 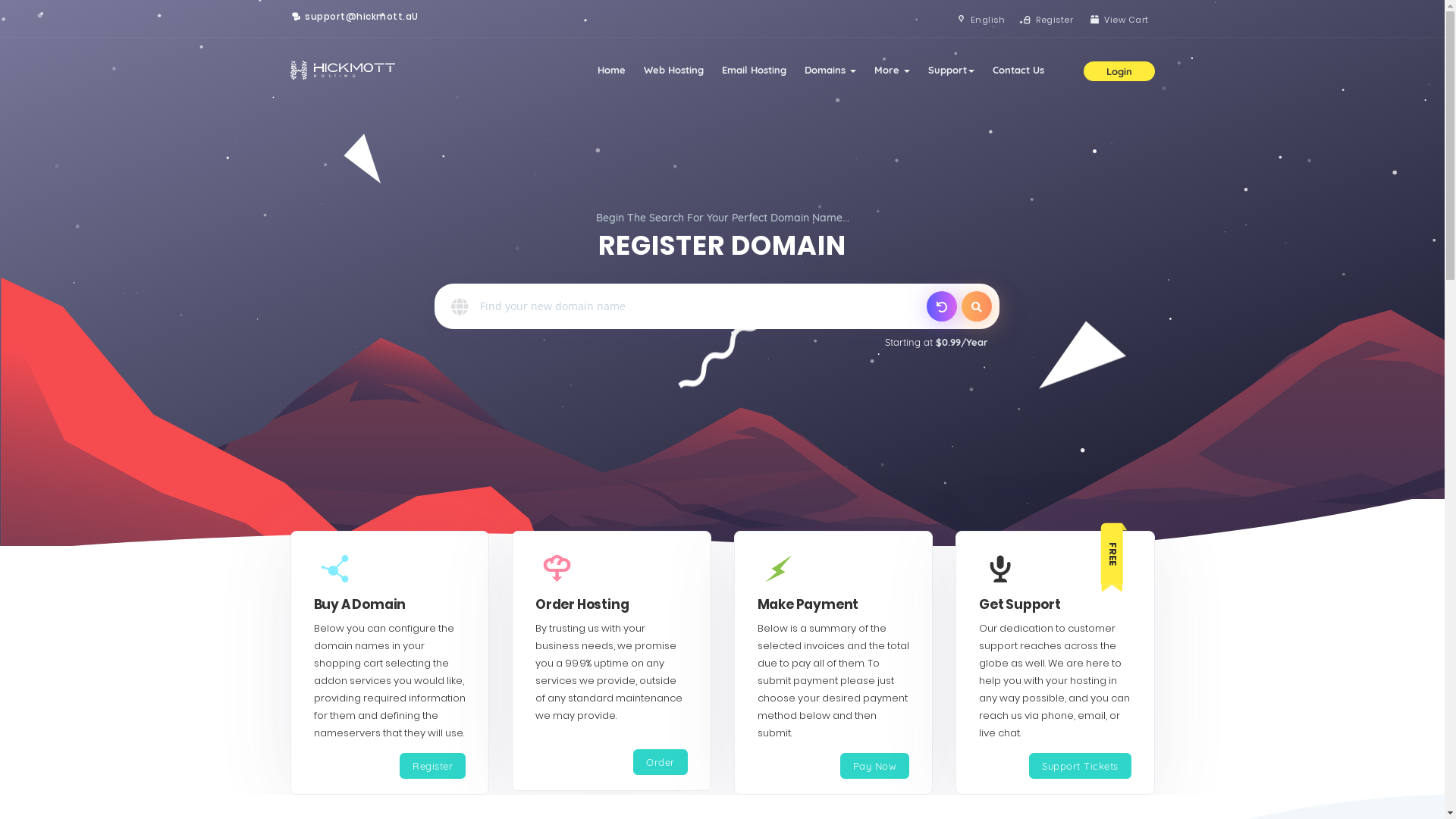 What do you see at coordinates (950, 70) in the screenshot?
I see `'Support'` at bounding box center [950, 70].